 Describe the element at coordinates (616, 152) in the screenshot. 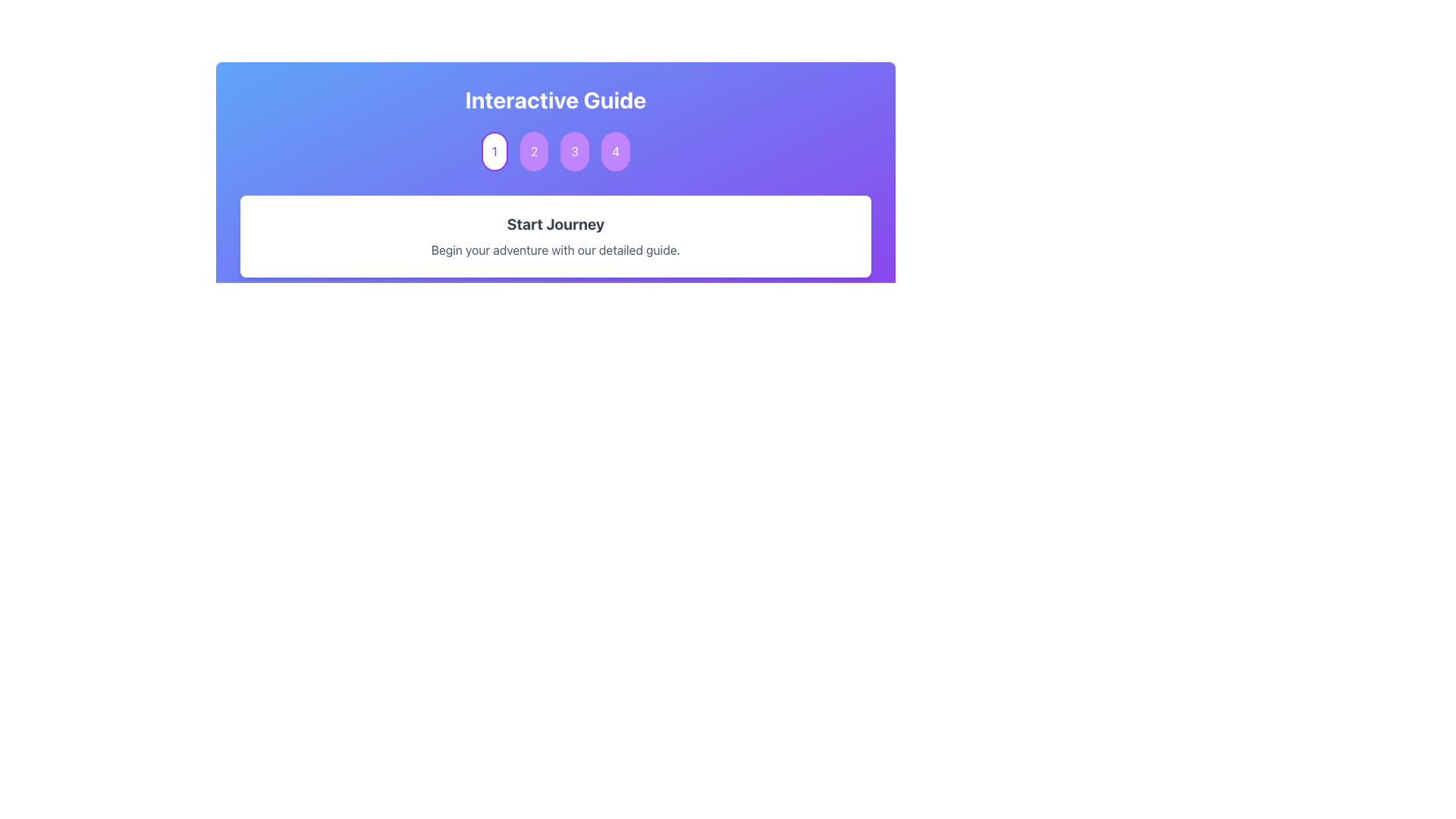

I see `the button labeled '4', which is the fourth button in a horizontal row under the 'Interactive Guide' heading` at that location.